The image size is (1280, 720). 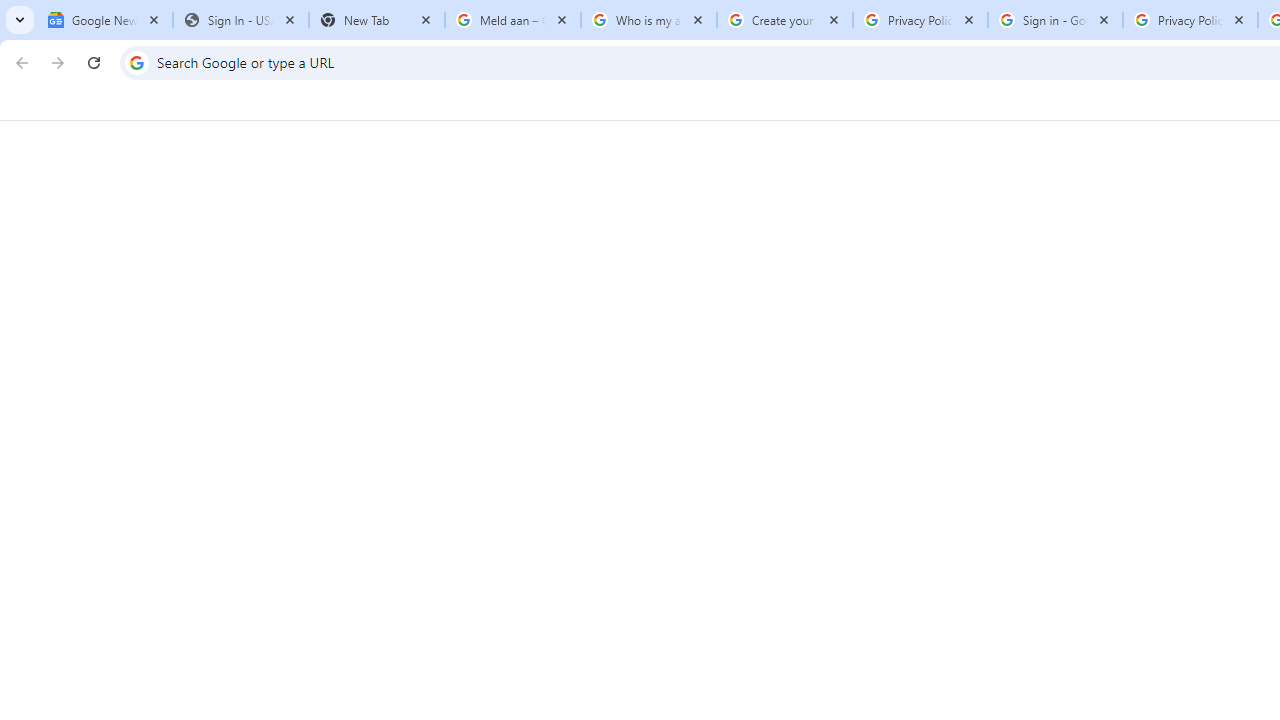 I want to click on 'New Tab', so click(x=376, y=20).